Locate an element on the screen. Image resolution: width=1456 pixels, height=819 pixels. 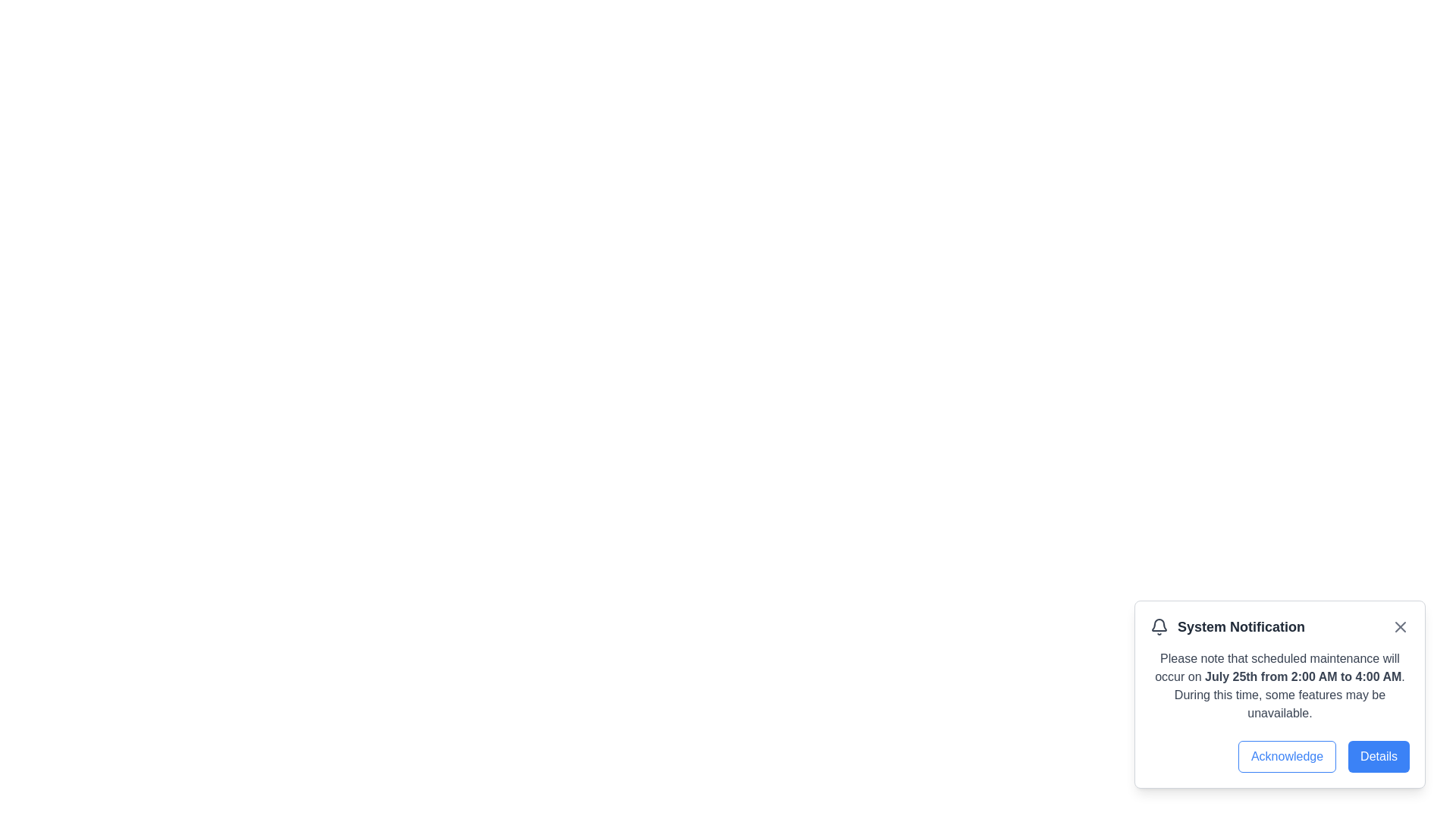
the Close button, which is a small 'X' shape located in the bottom-right corner of the notification modal is located at coordinates (1400, 626).